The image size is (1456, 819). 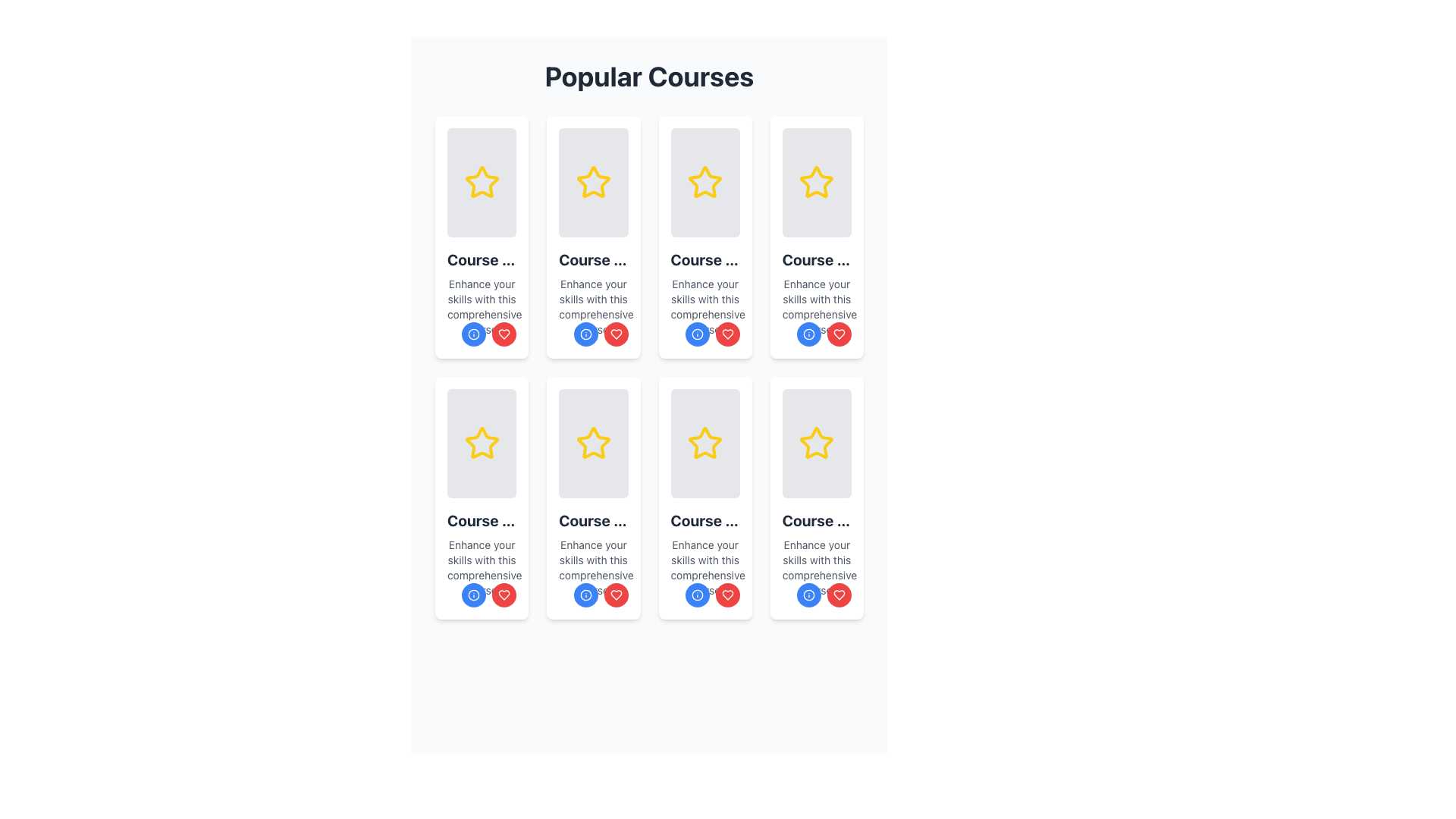 What do you see at coordinates (808, 595) in the screenshot?
I see `the information button located at the bottom-right section of the card component, which is positioned to the left of the red favorite button` at bounding box center [808, 595].